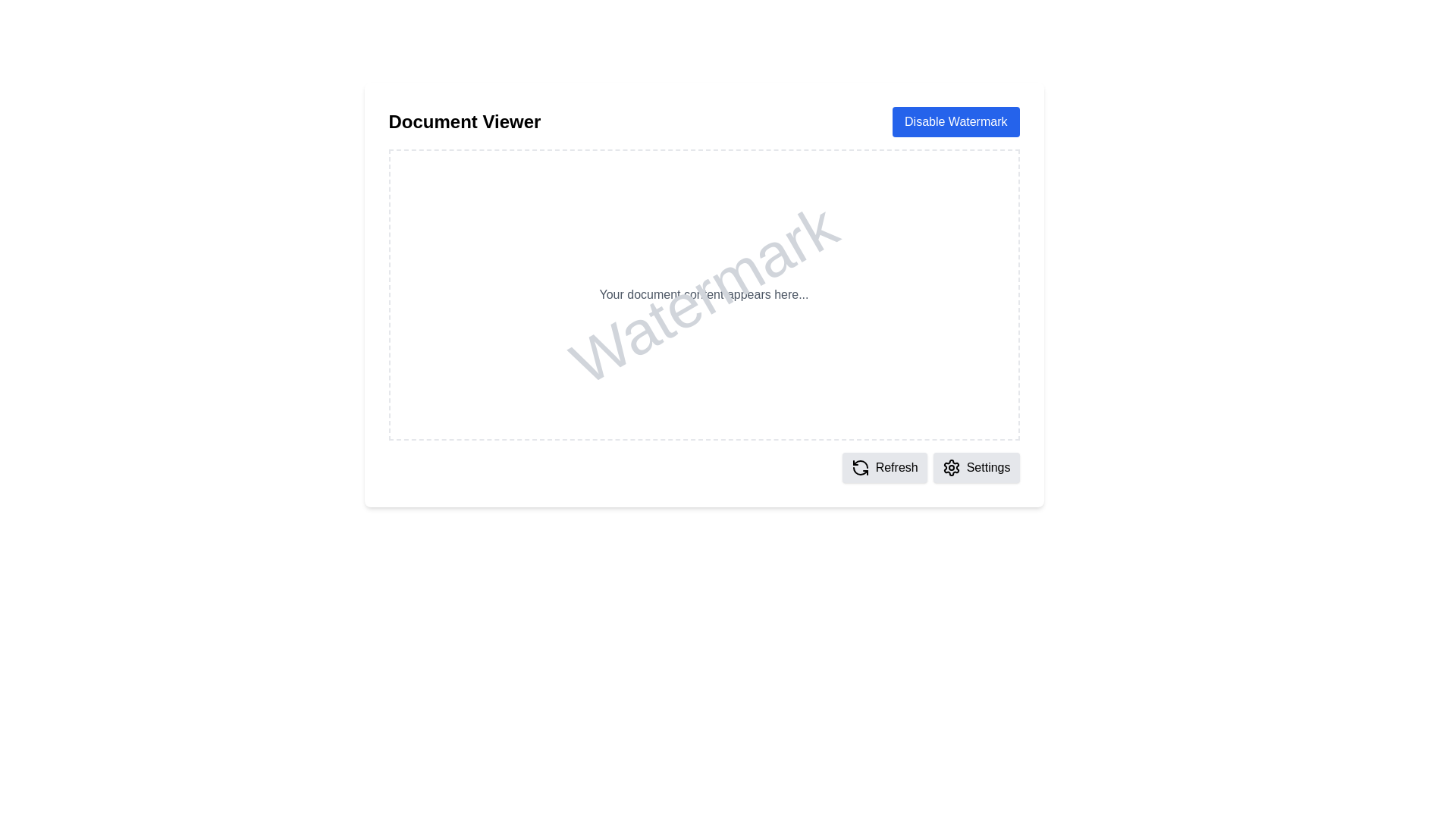  Describe the element at coordinates (955, 121) in the screenshot. I see `the button with the text 'Disable Watermark', which has a deep blue background and white text` at that location.